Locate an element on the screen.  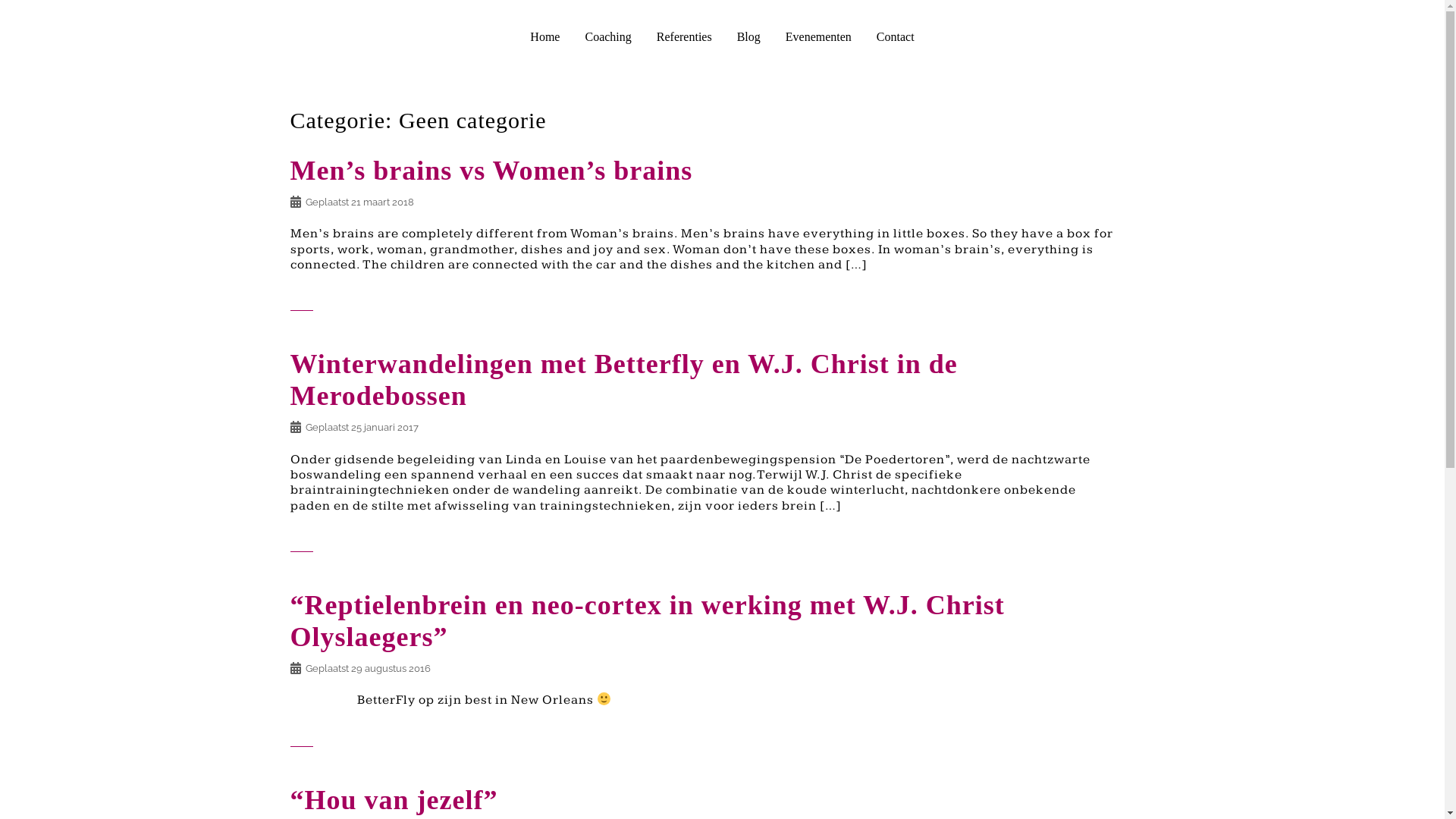
'Contact' is located at coordinates (895, 36).